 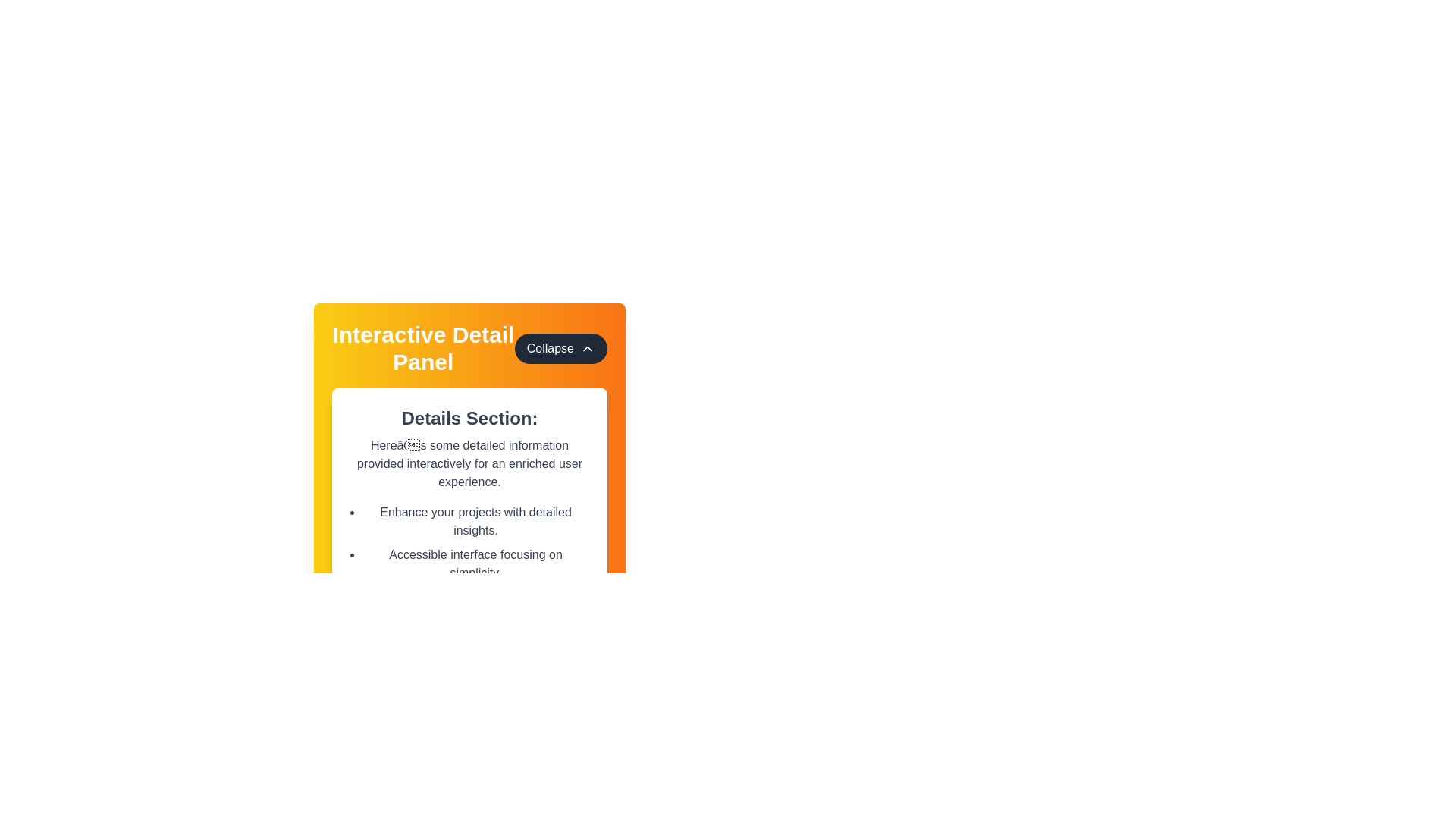 I want to click on text content of the white card in the 'Interactive Detail Panel', which contains the title 'Details Section:' and descriptive content, so click(x=469, y=429).